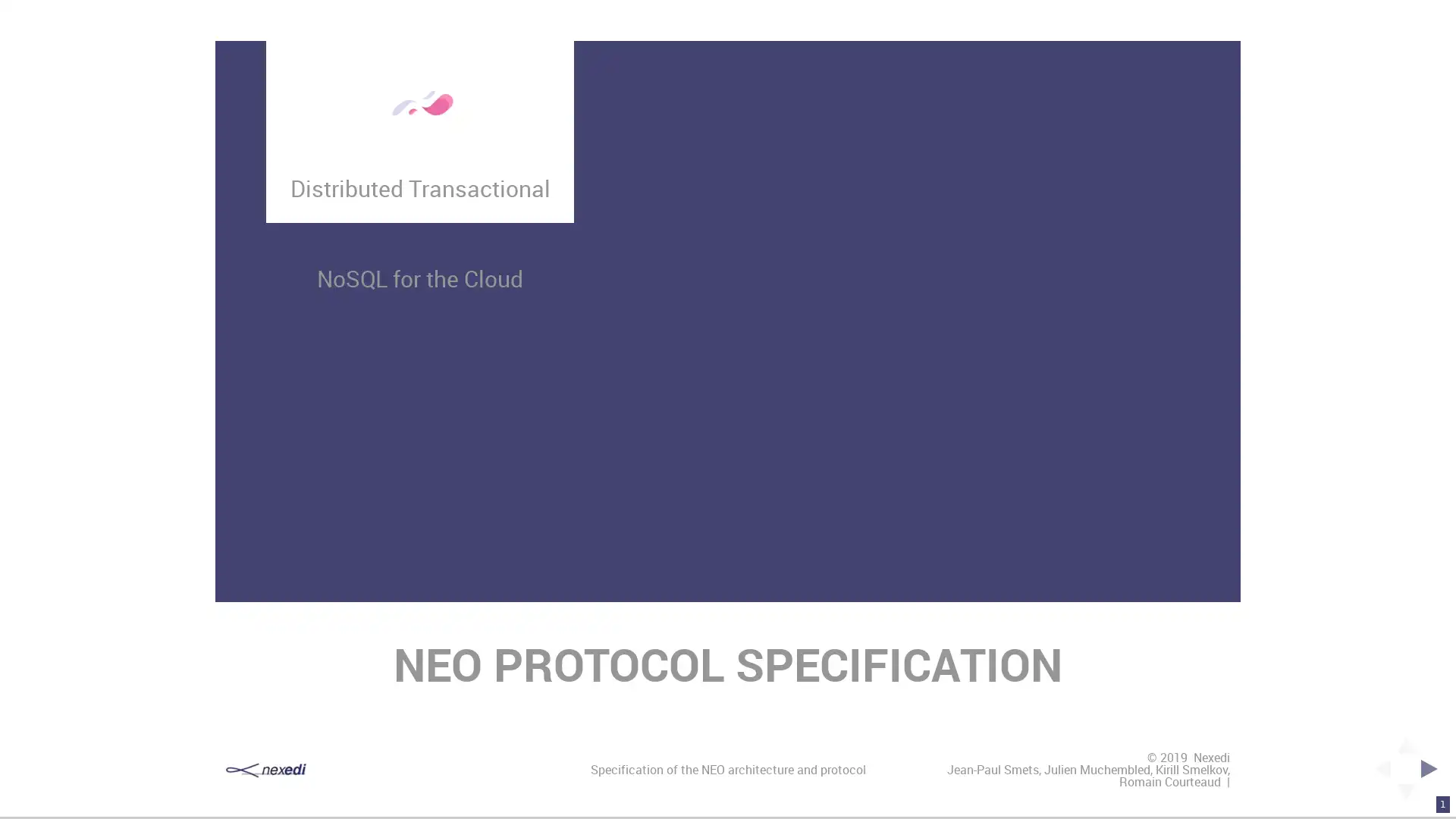 The image size is (1456, 819). Describe the element at coordinates (1404, 795) in the screenshot. I see `below slide` at that location.